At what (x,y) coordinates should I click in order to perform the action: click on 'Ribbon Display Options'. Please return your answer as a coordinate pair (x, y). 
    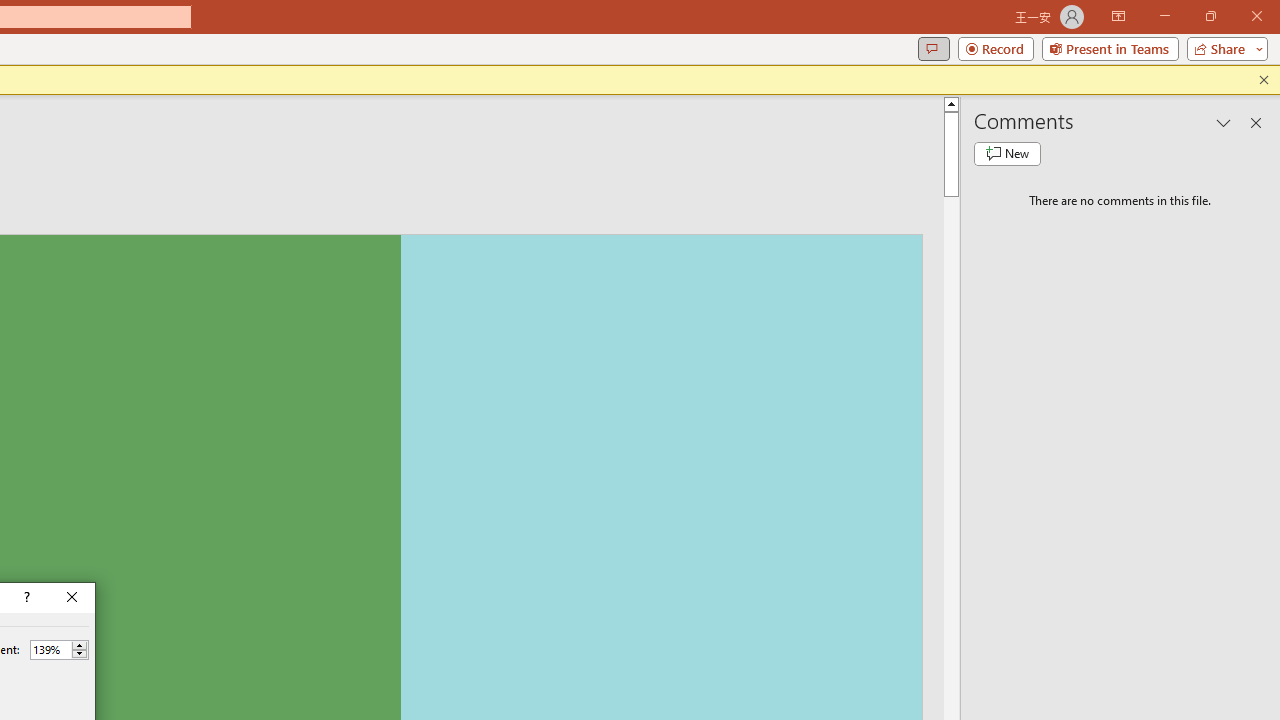
    Looking at the image, I should click on (1117, 16).